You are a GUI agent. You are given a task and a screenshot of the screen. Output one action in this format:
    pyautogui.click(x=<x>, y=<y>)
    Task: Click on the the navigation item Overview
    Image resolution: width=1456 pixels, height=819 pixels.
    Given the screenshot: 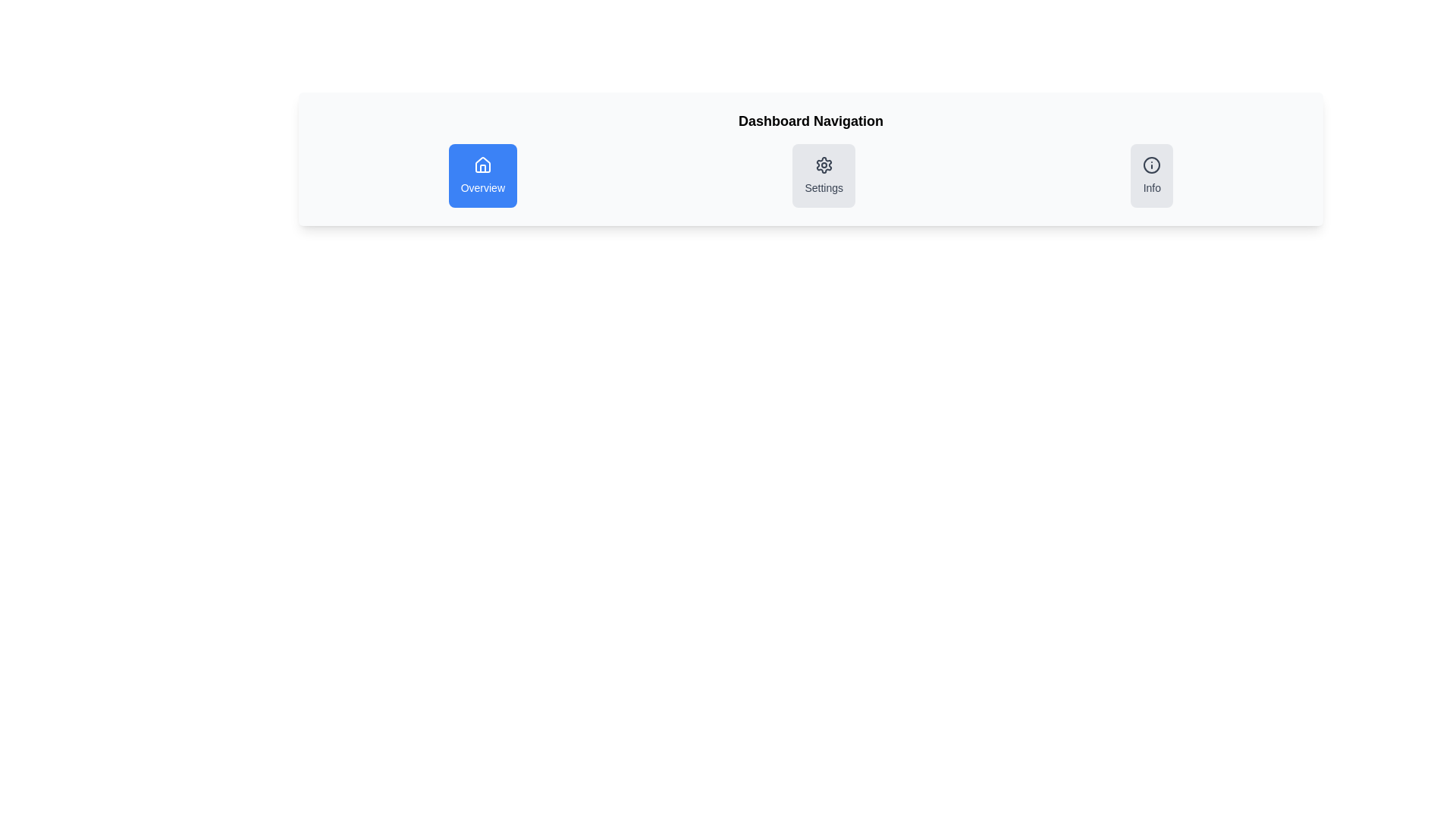 What is the action you would take?
    pyautogui.click(x=482, y=174)
    